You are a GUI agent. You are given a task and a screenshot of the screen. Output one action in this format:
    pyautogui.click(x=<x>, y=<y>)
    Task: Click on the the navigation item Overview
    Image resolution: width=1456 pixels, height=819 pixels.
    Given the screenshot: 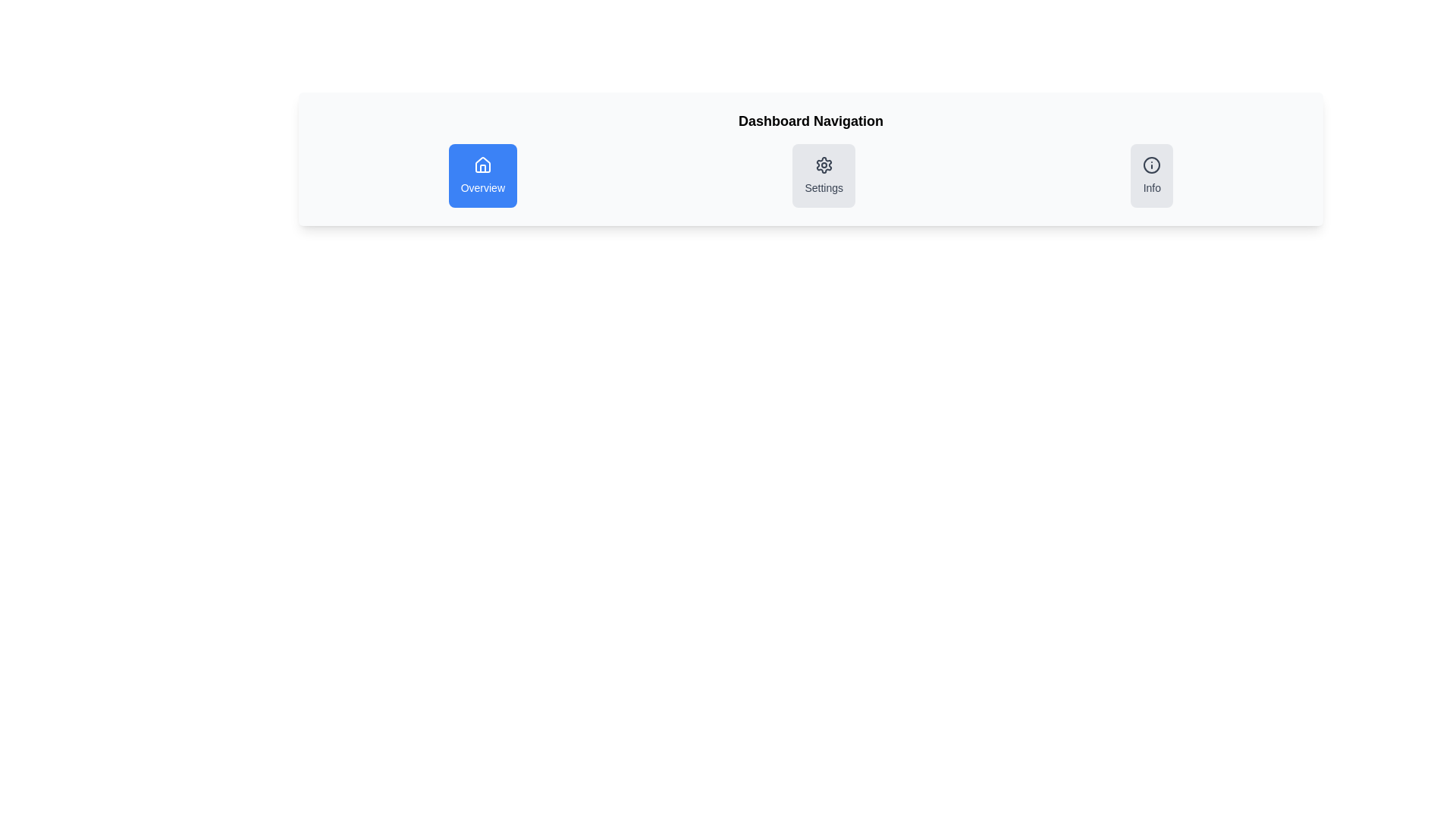 What is the action you would take?
    pyautogui.click(x=482, y=174)
    